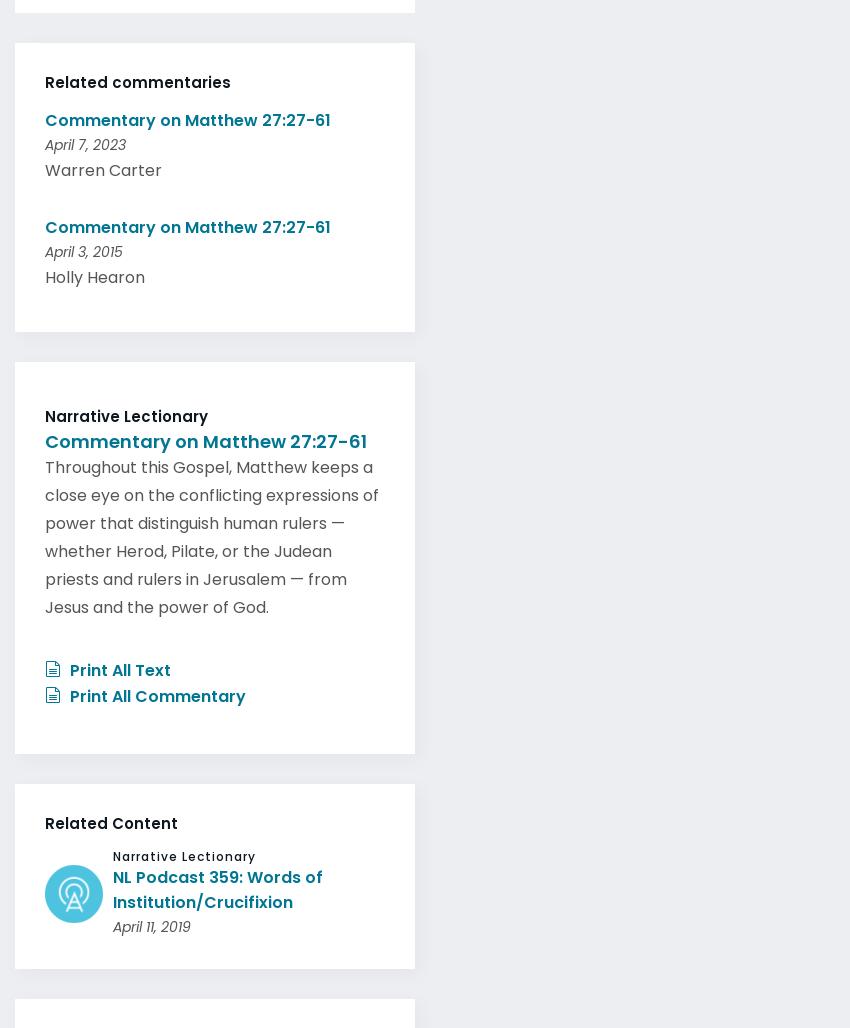  What do you see at coordinates (94, 271) in the screenshot?
I see `'Holly Hearon'` at bounding box center [94, 271].